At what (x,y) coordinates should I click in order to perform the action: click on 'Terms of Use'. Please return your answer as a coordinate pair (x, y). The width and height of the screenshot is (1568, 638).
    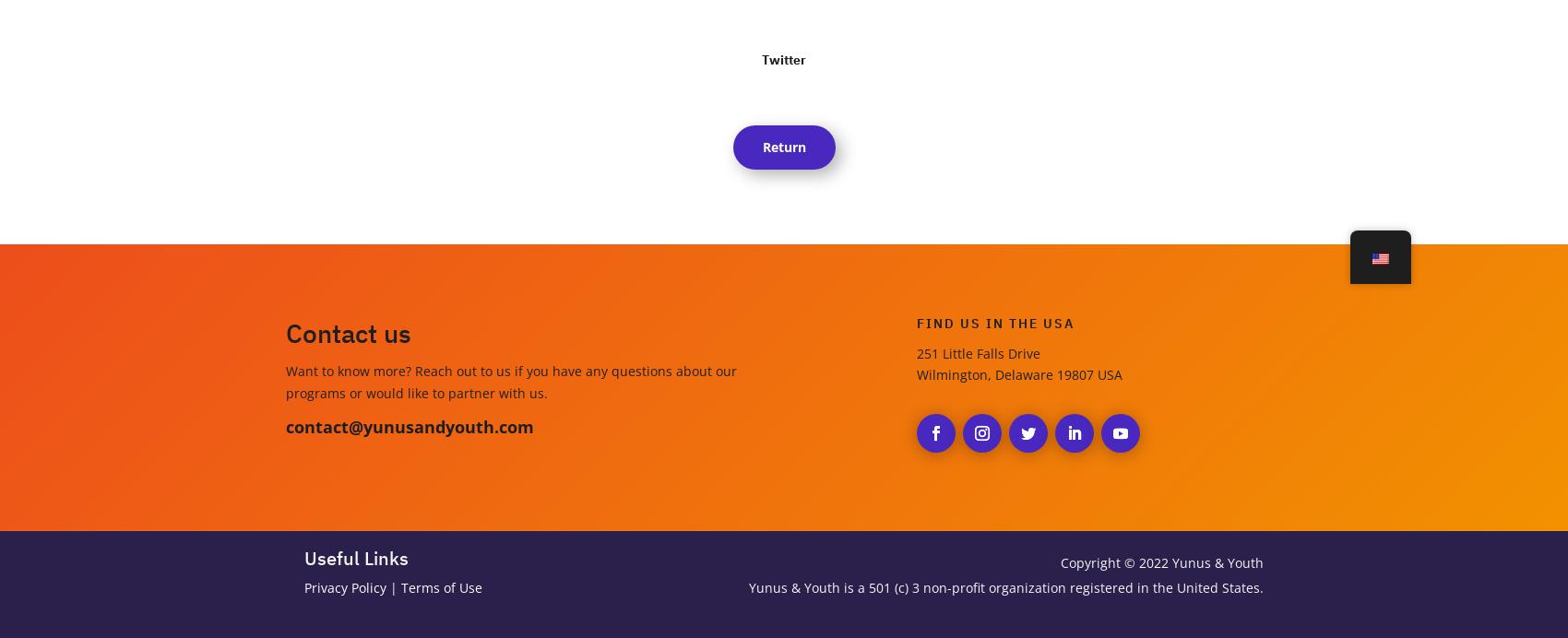
    Looking at the image, I should click on (401, 587).